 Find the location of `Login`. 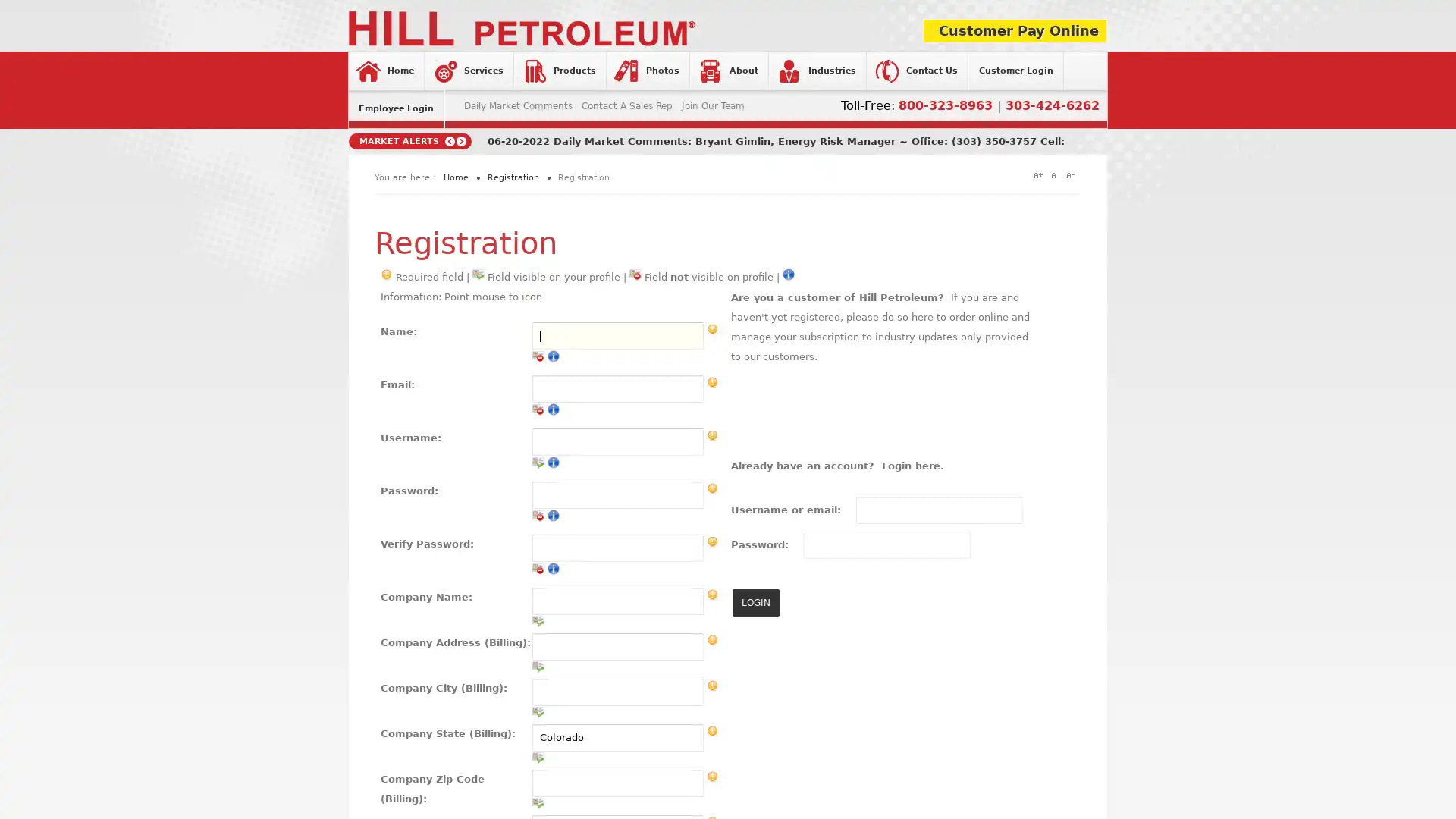

Login is located at coordinates (628, 275).